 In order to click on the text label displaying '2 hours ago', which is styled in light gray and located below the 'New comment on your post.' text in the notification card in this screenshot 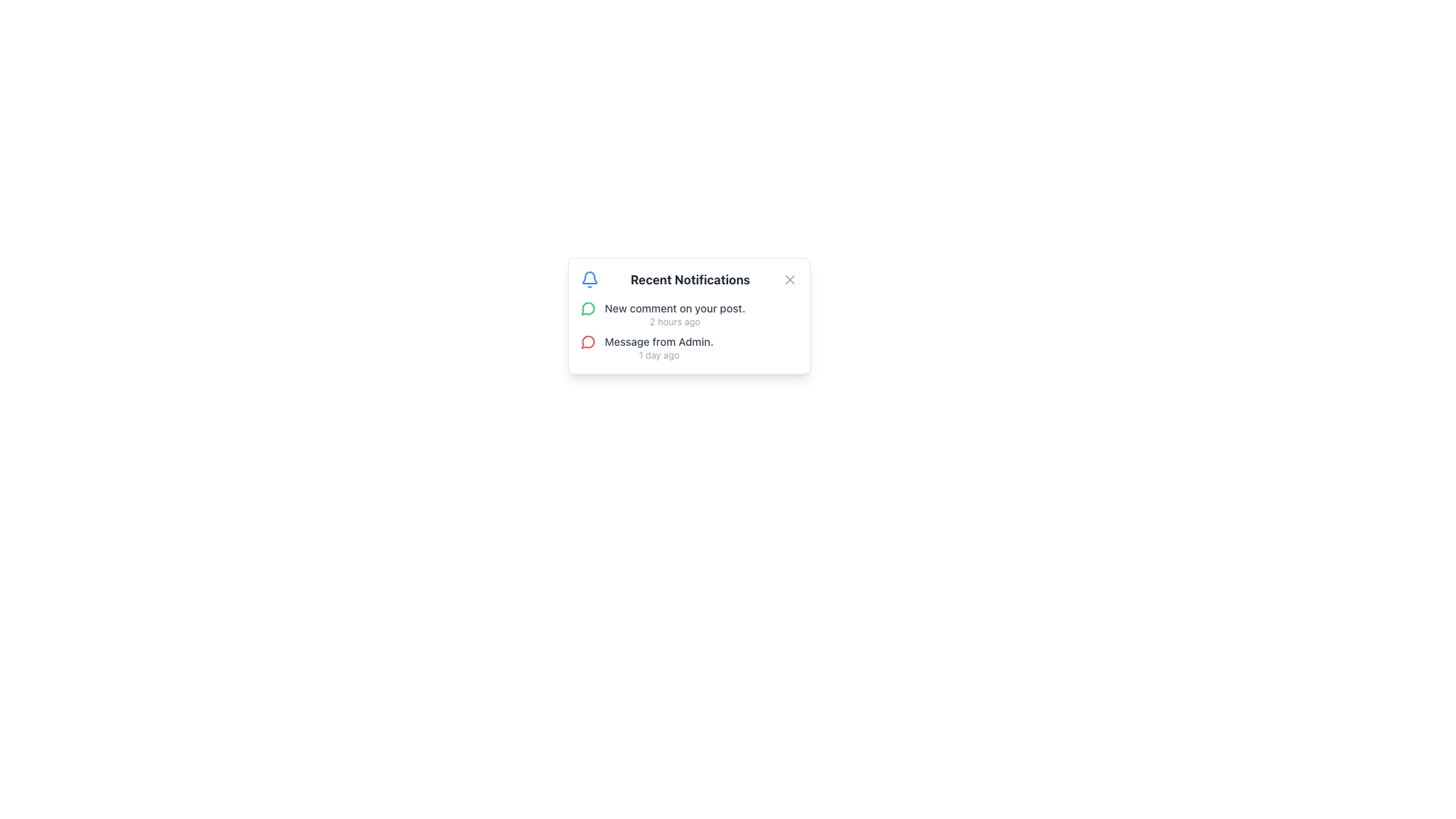, I will do `click(674, 321)`.